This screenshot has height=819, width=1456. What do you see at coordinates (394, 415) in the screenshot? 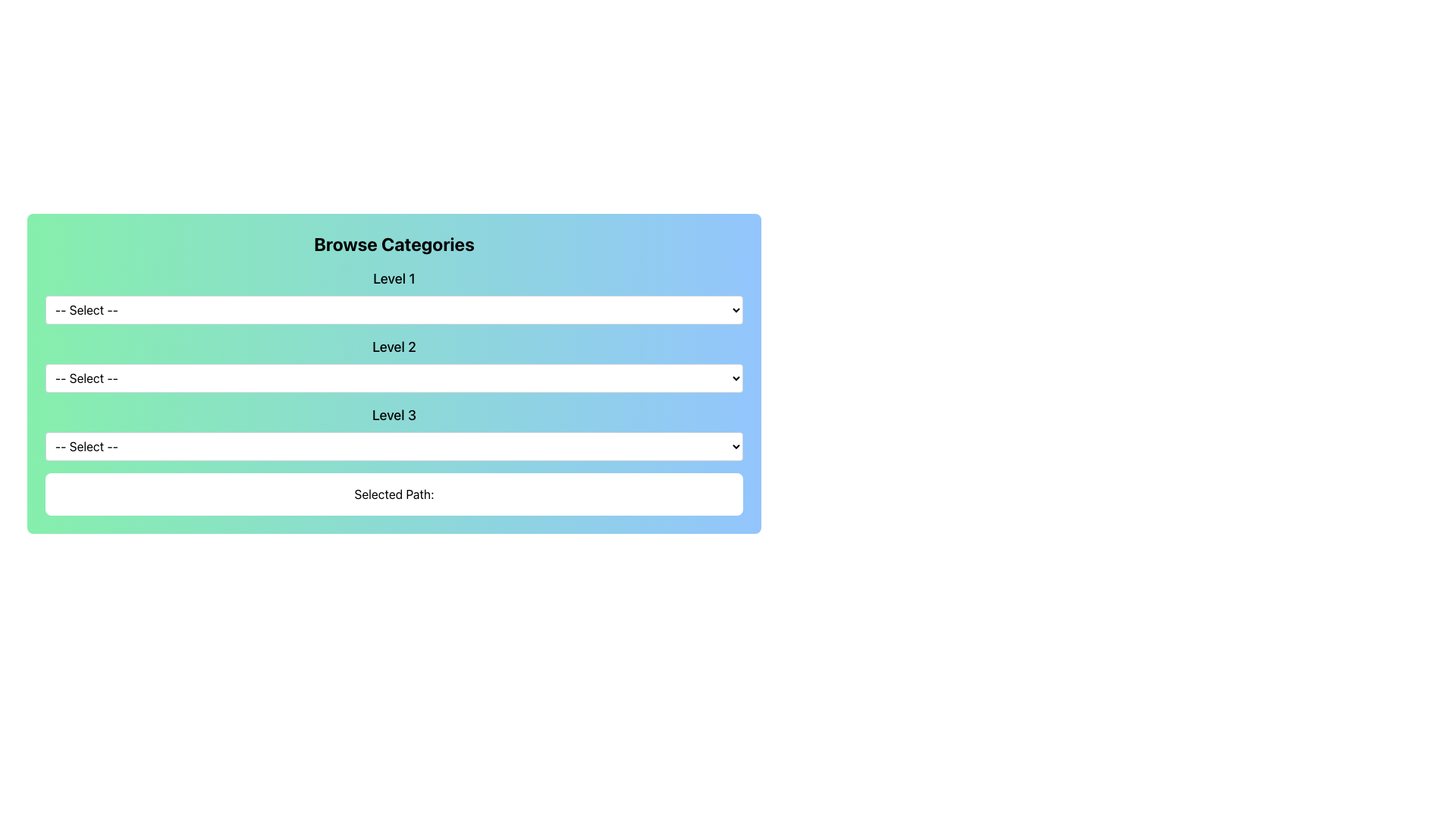
I see `the 'Level 3' label, which serves as a heading for the associated dropdown component below it` at bounding box center [394, 415].